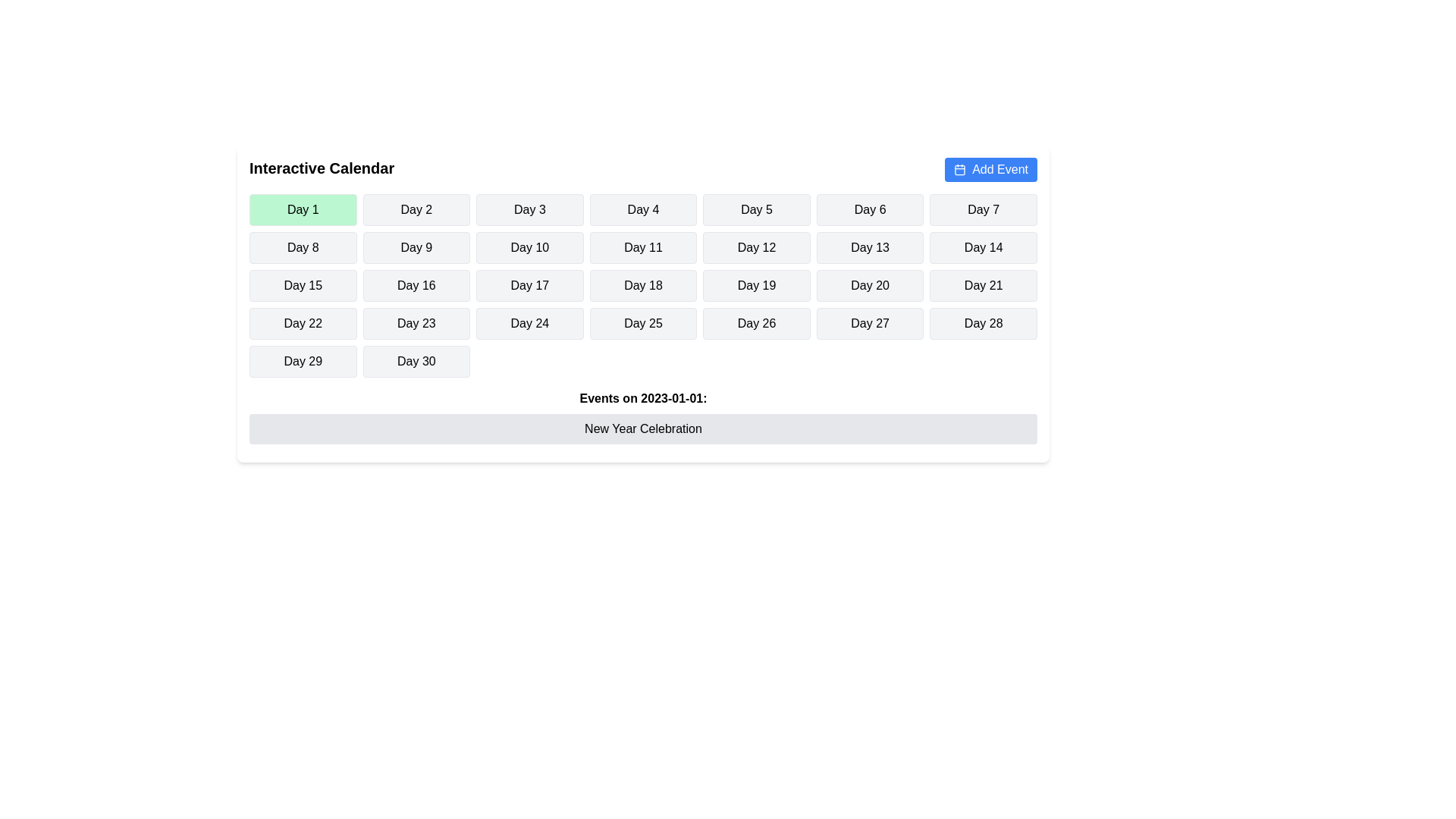  I want to click on event name displayed in the text box for 'New Year Celebration' on the date '2023-01-01', so click(643, 429).